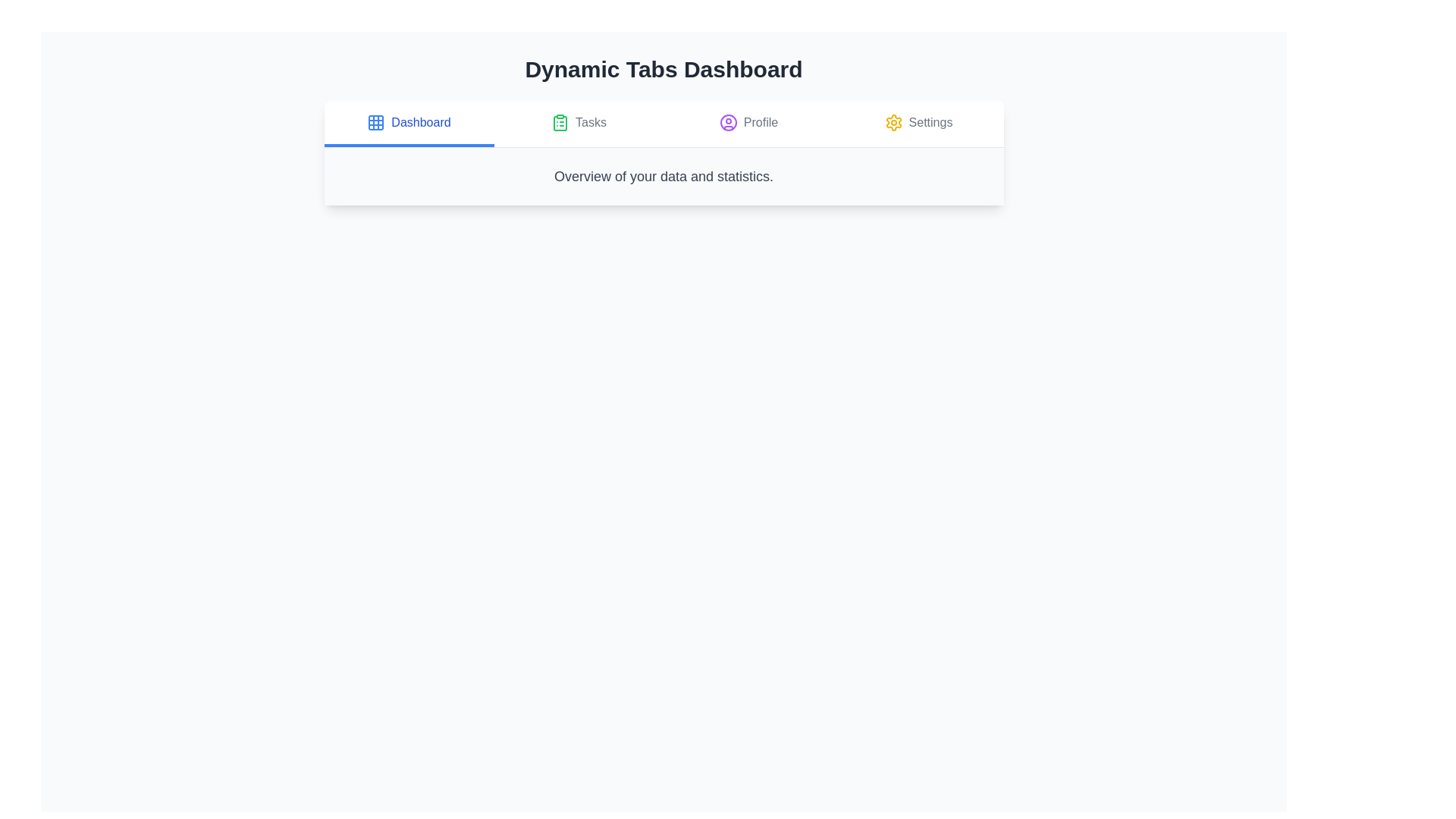 The width and height of the screenshot is (1456, 819). What do you see at coordinates (560, 122) in the screenshot?
I see `the decorative graphical element of the clipboard icon representing the 'Tasks' tab in the navigation menu` at bounding box center [560, 122].